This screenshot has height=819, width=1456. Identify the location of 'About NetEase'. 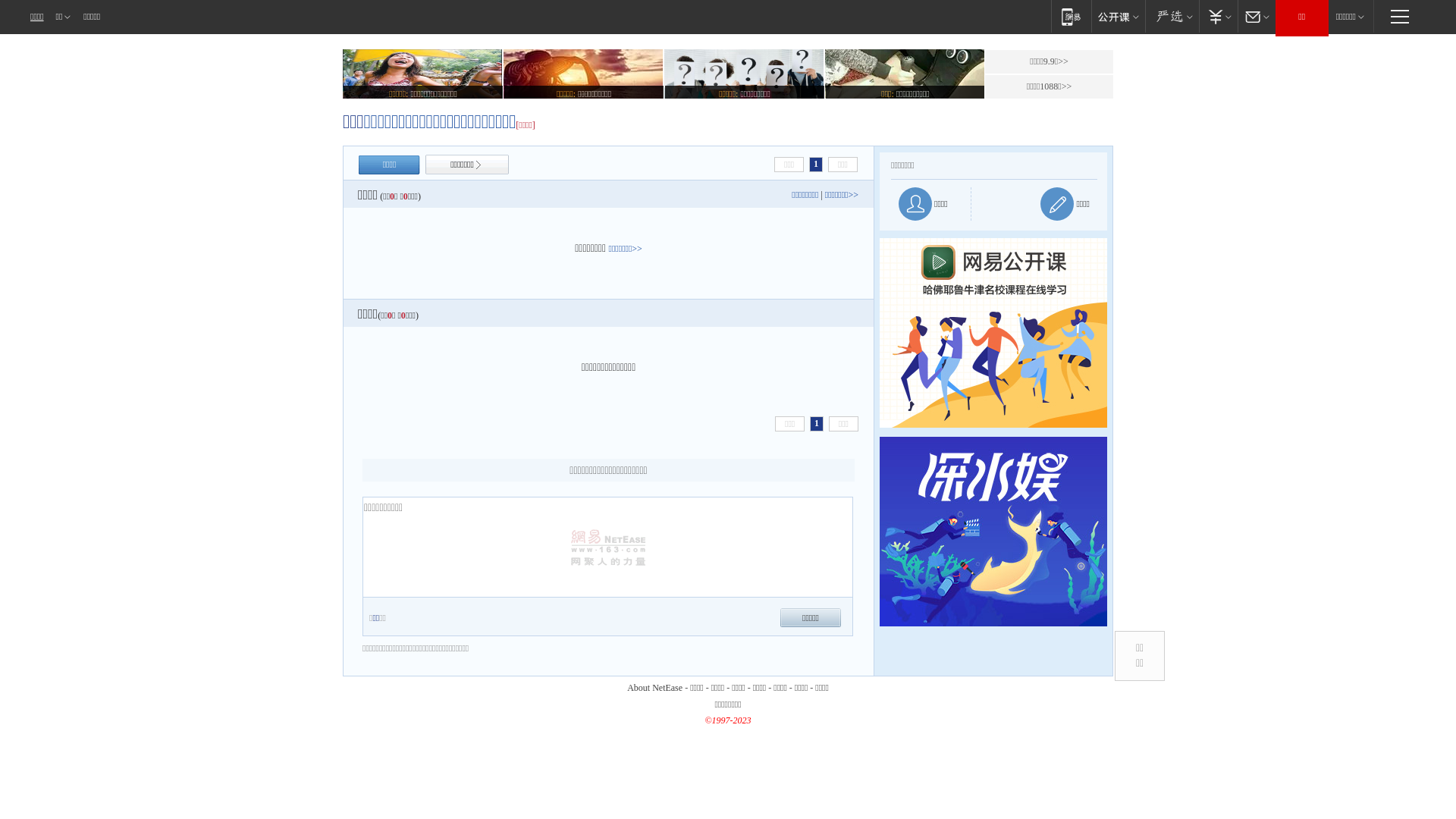
(654, 687).